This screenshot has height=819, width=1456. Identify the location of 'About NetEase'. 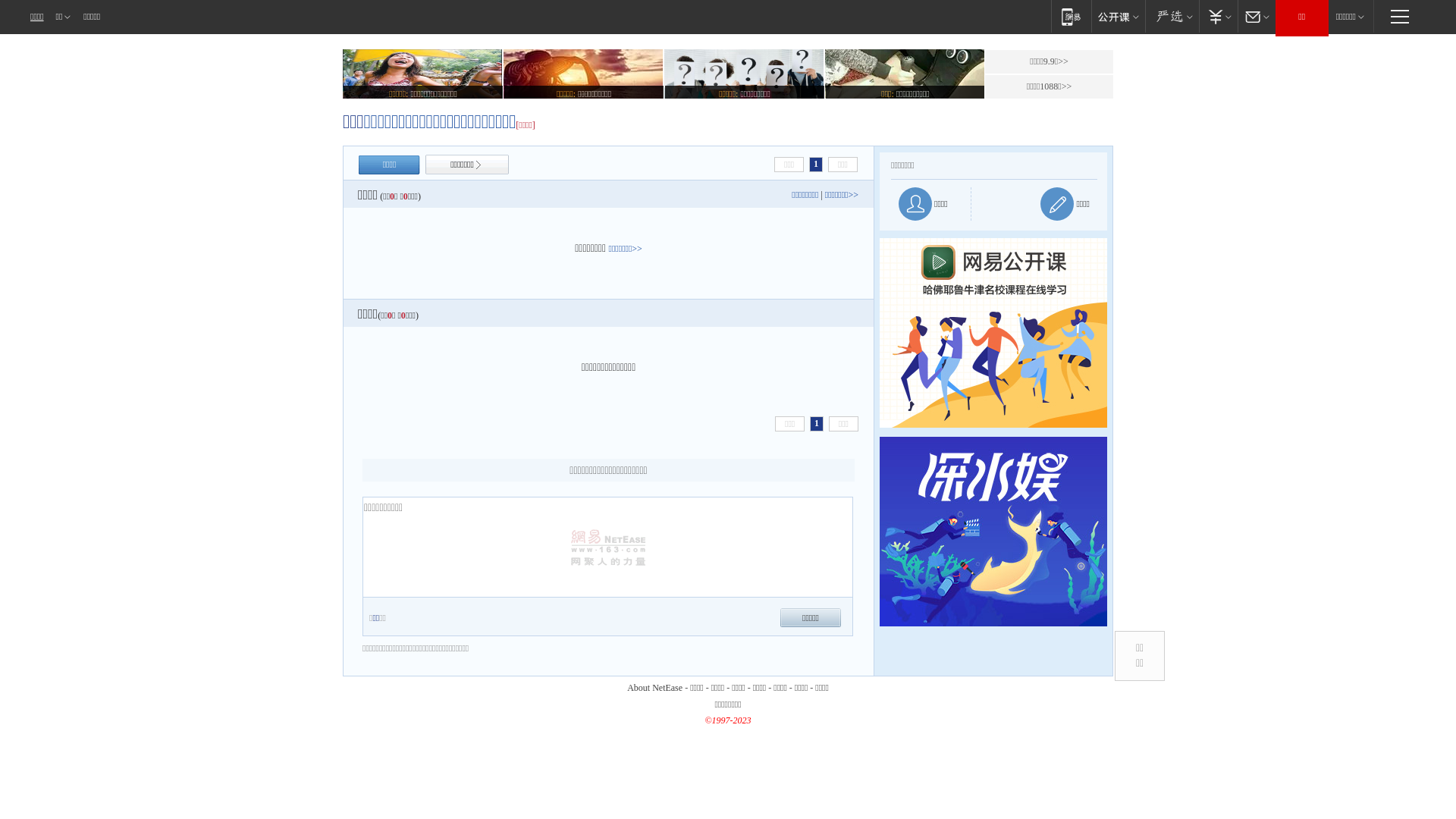
(654, 687).